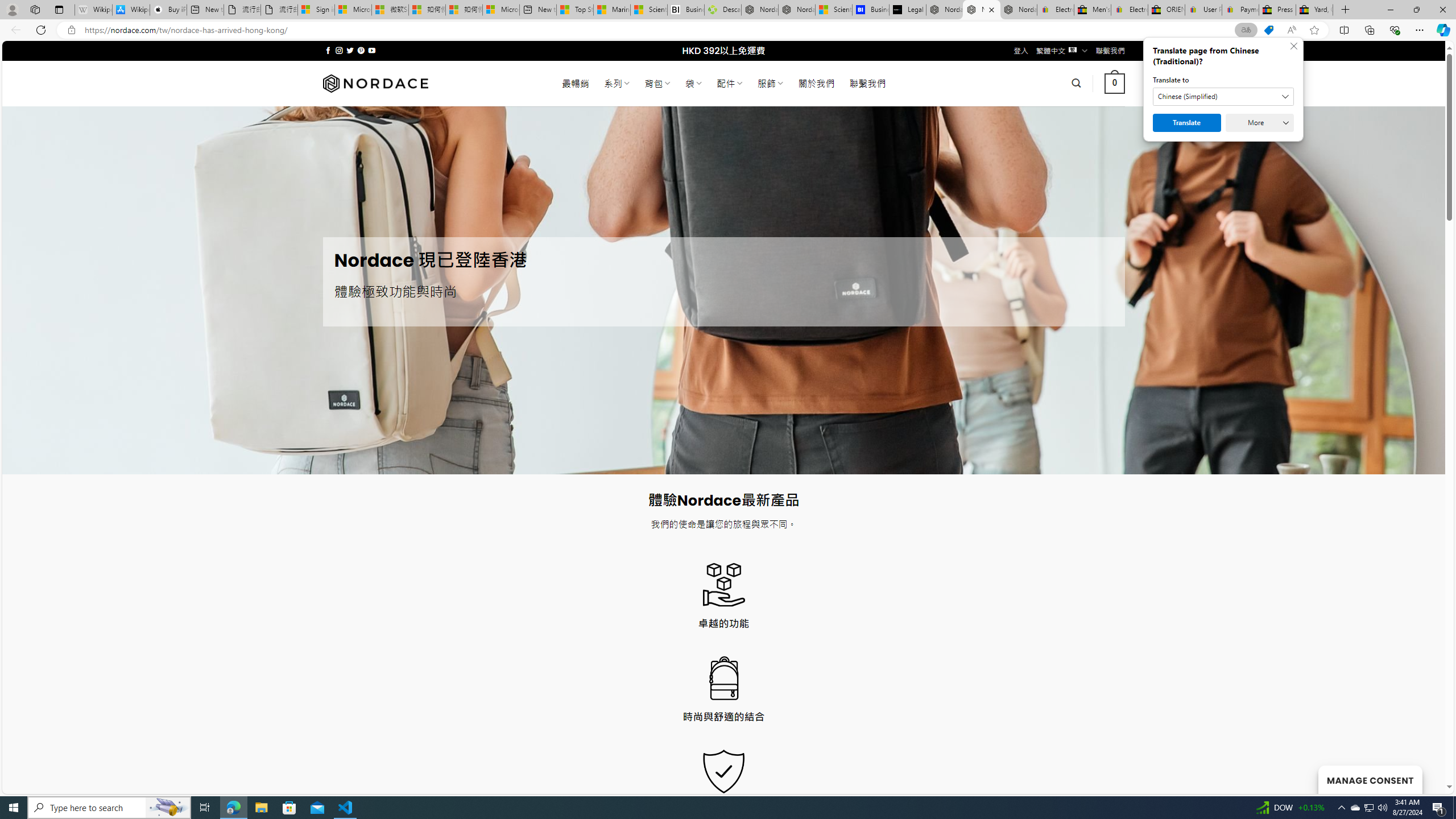  Describe the element at coordinates (1223, 96) in the screenshot. I see `'Translate to'` at that location.